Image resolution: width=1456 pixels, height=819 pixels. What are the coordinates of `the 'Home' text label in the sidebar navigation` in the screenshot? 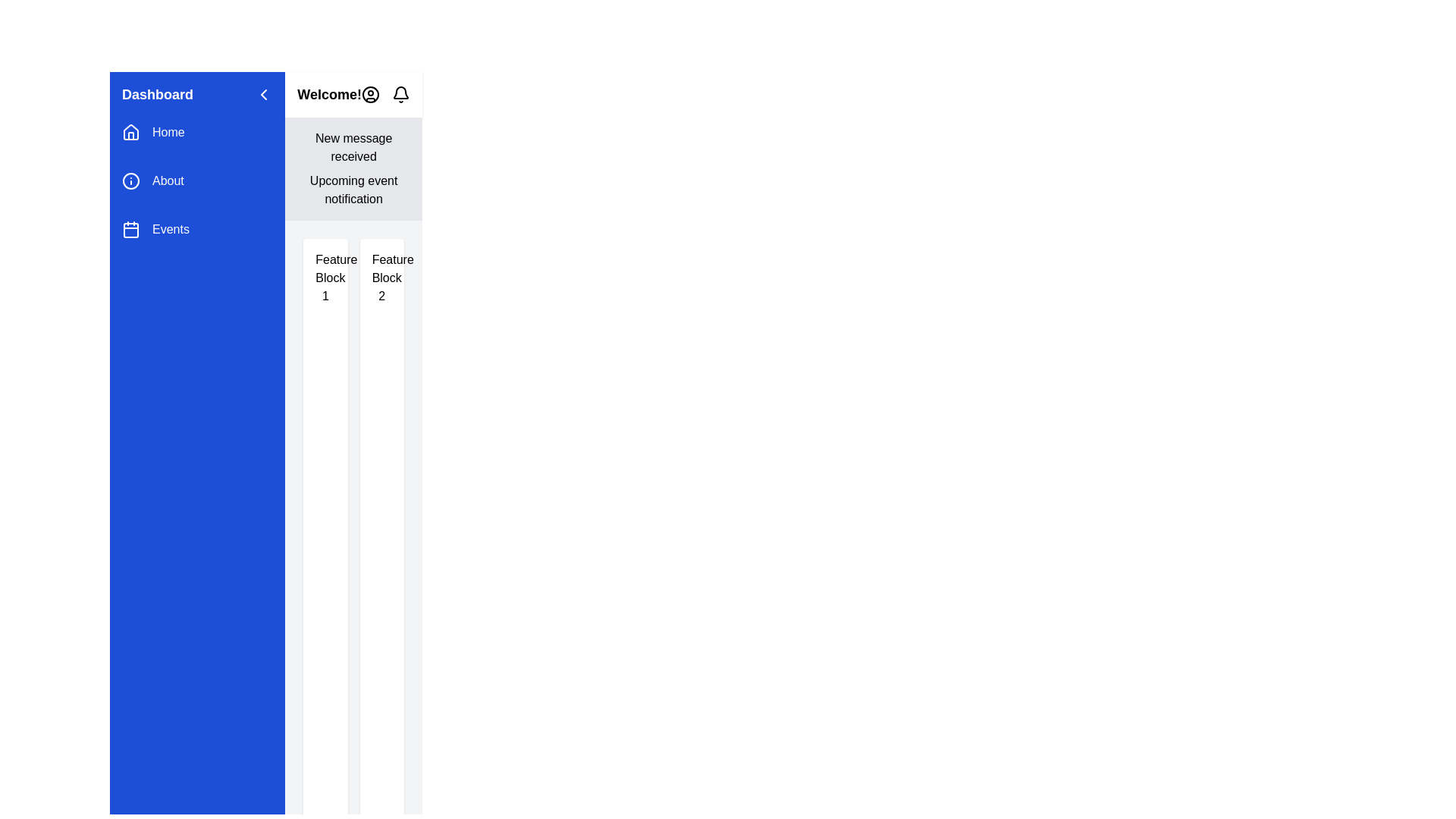 It's located at (168, 131).